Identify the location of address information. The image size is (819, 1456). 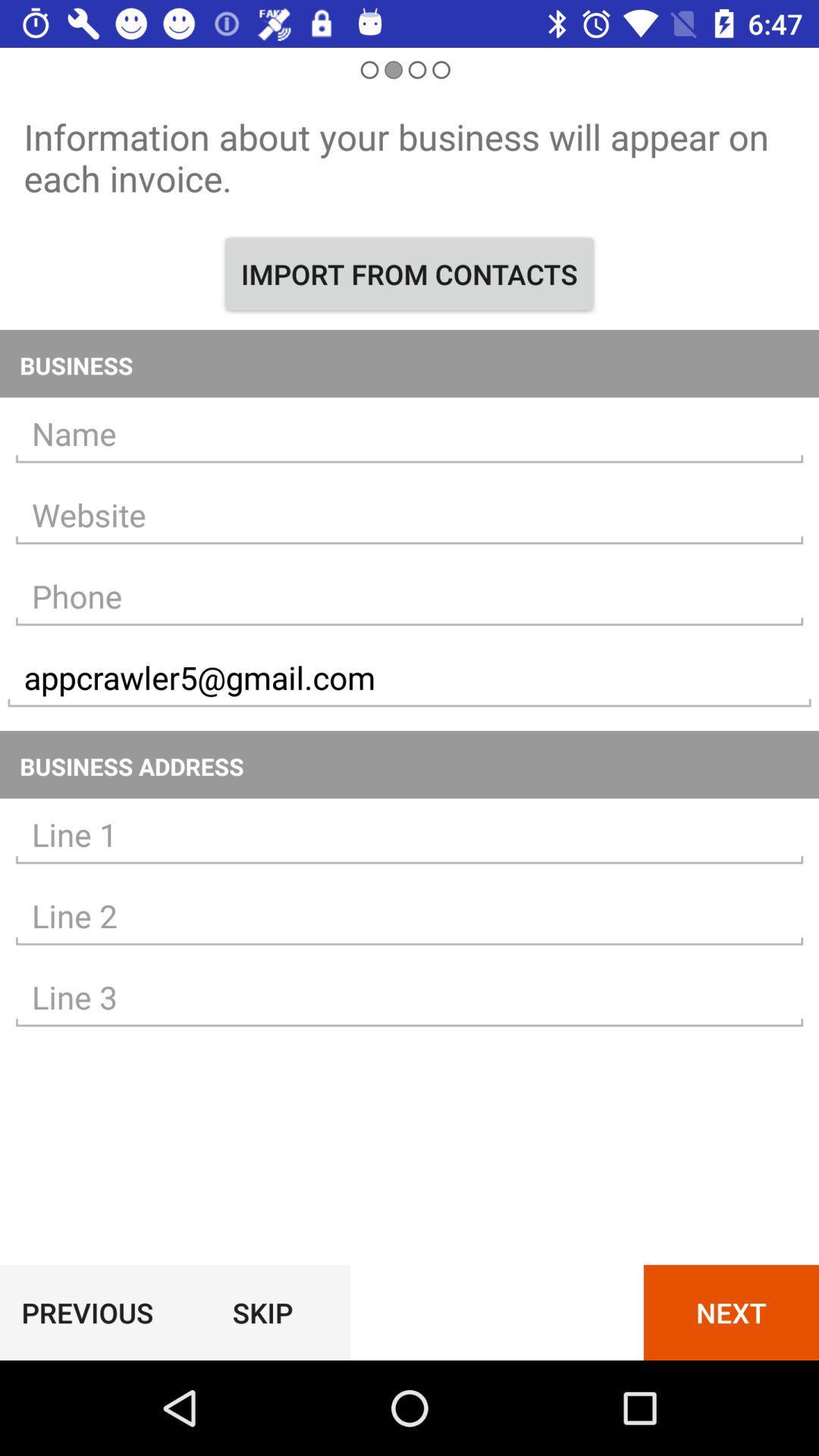
(409, 997).